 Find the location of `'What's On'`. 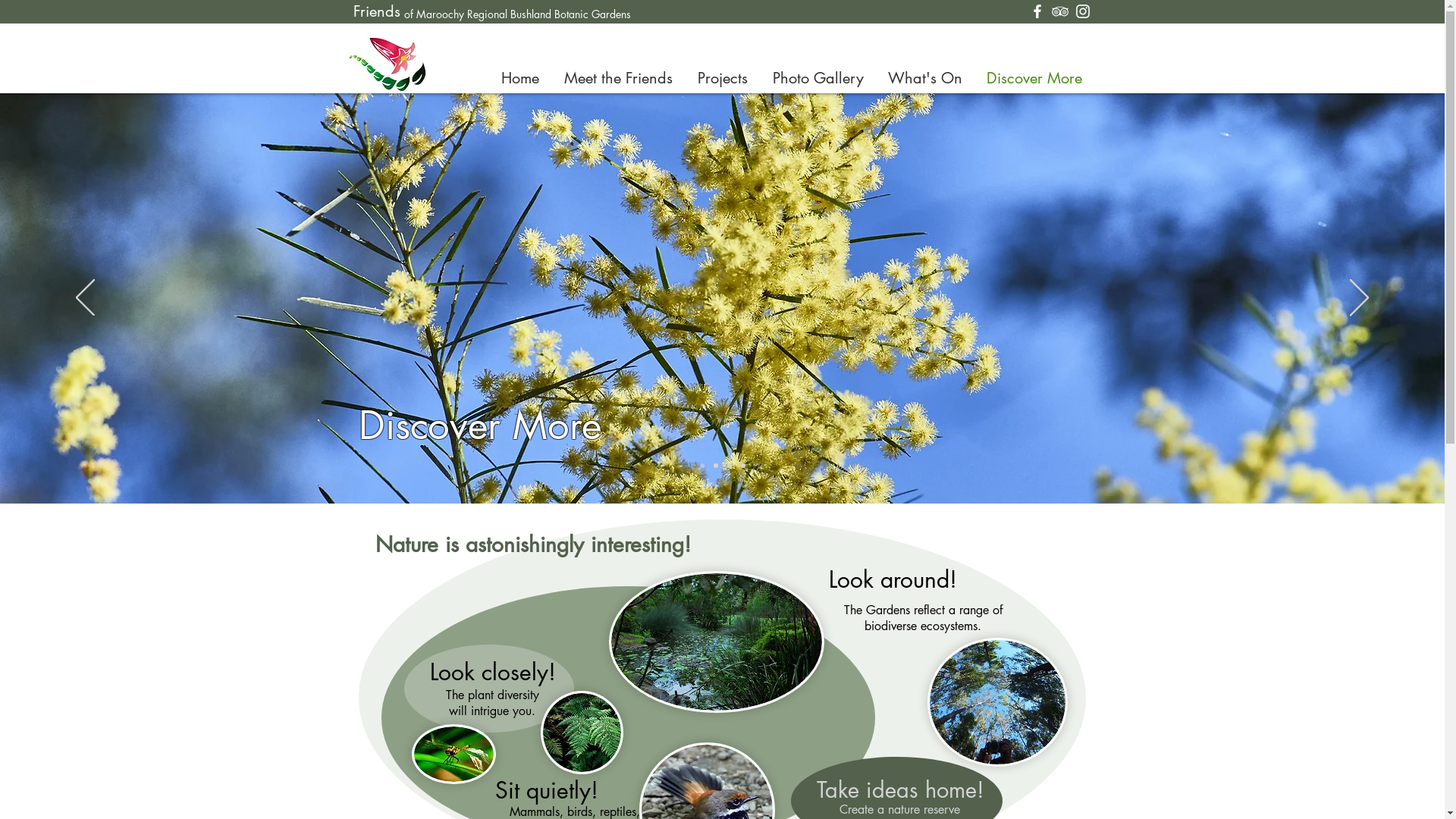

'What's On' is located at coordinates (924, 78).